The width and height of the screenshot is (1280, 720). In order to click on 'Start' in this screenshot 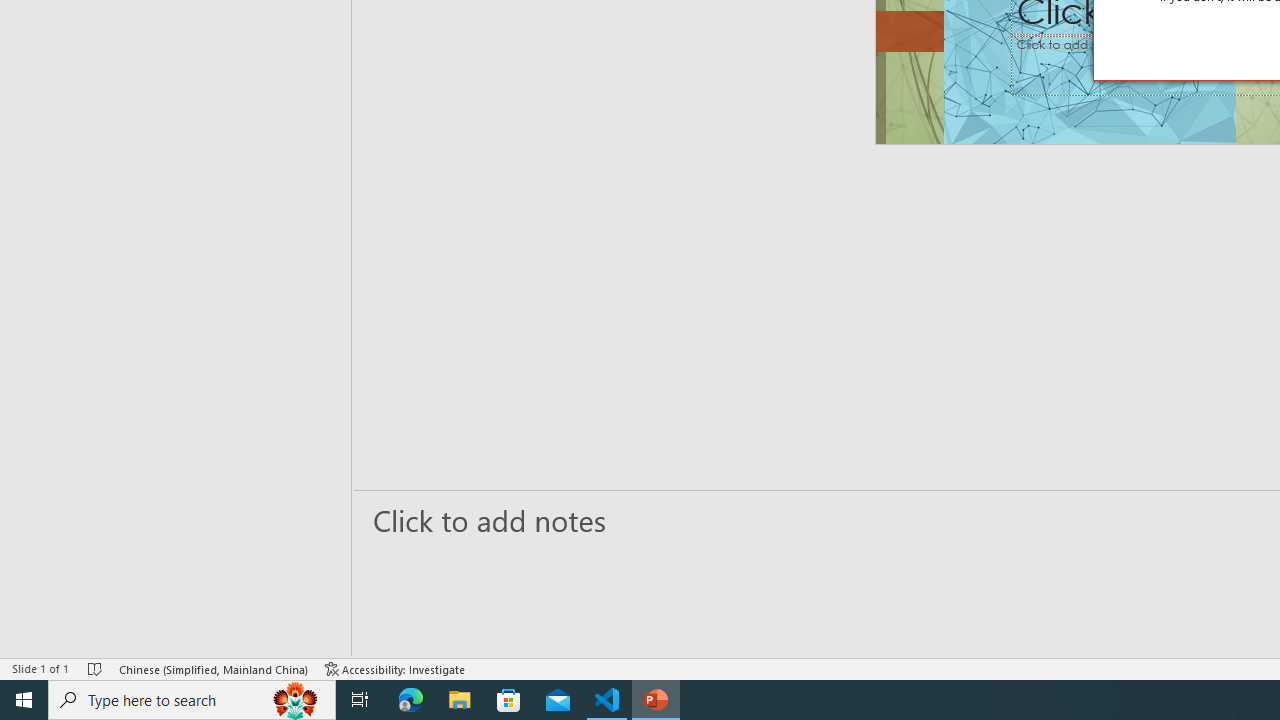, I will do `click(24, 698)`.